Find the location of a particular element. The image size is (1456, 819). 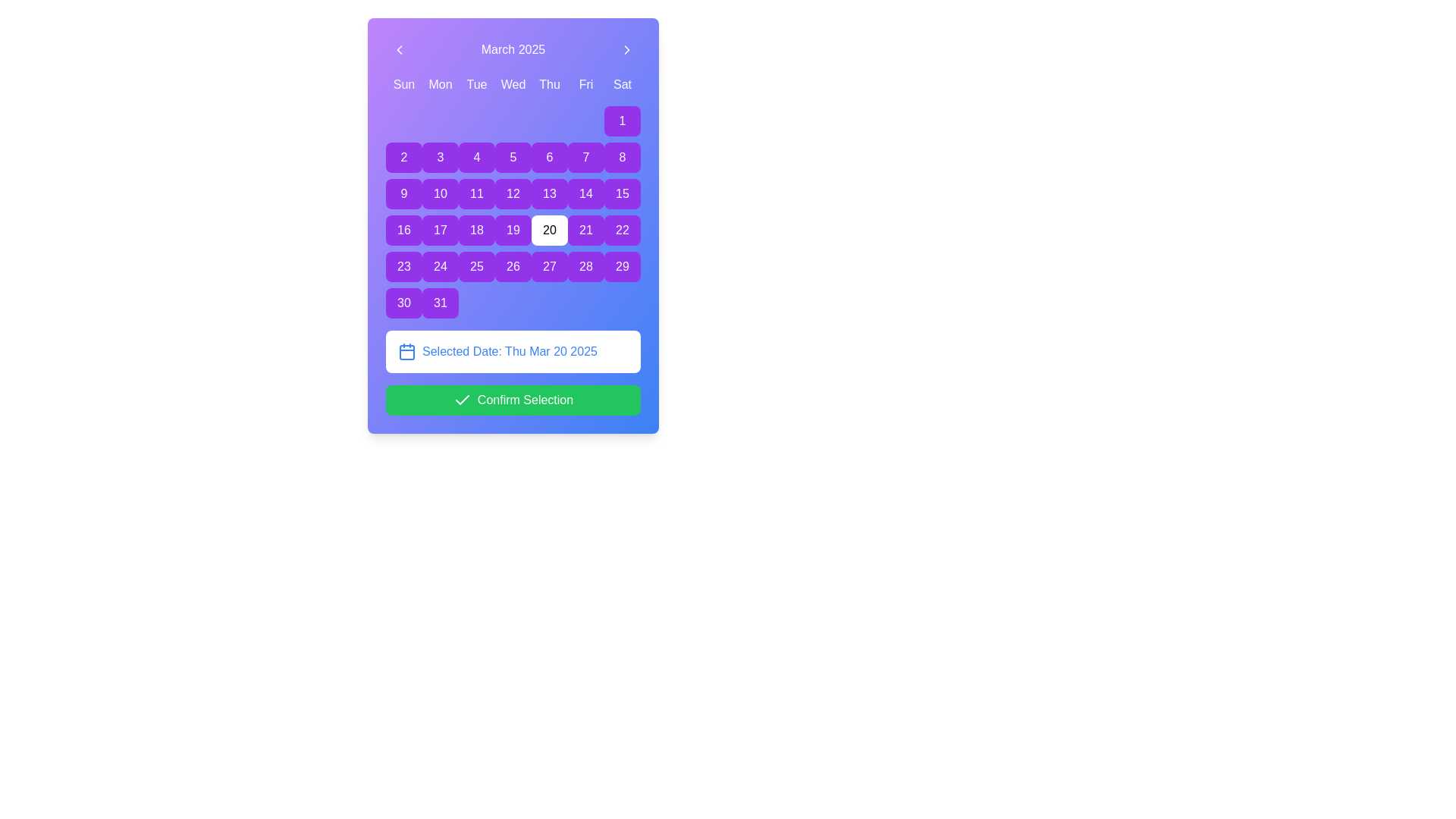

the button displaying the number '3' with a purple background for keyboard navigation is located at coordinates (439, 158).